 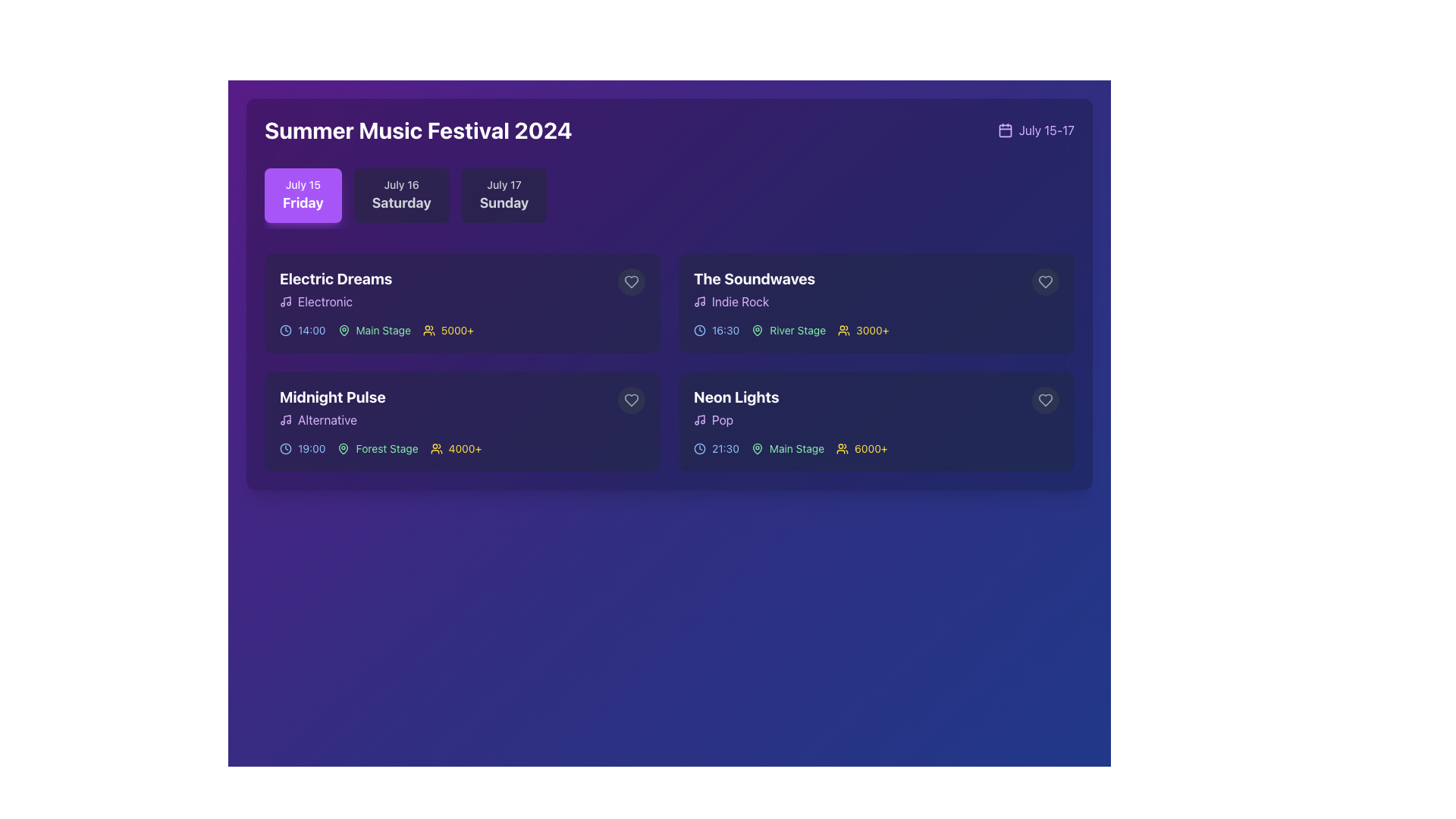 I want to click on the SVG circle representing the rim of the clock icon located in the top right corner of the event card, so click(x=698, y=329).